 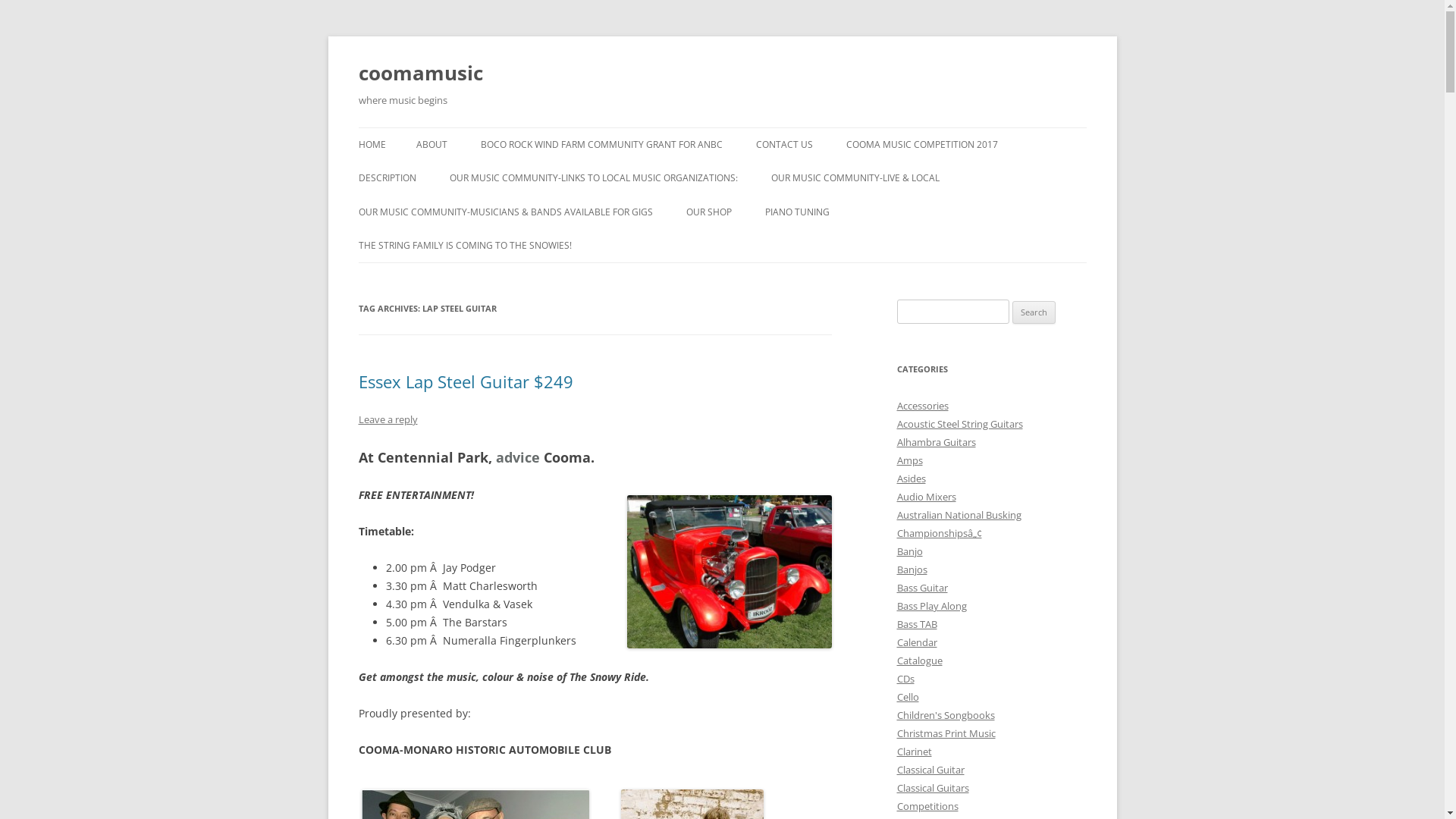 I want to click on 'ACCESSORIES', so click(x=684, y=243).